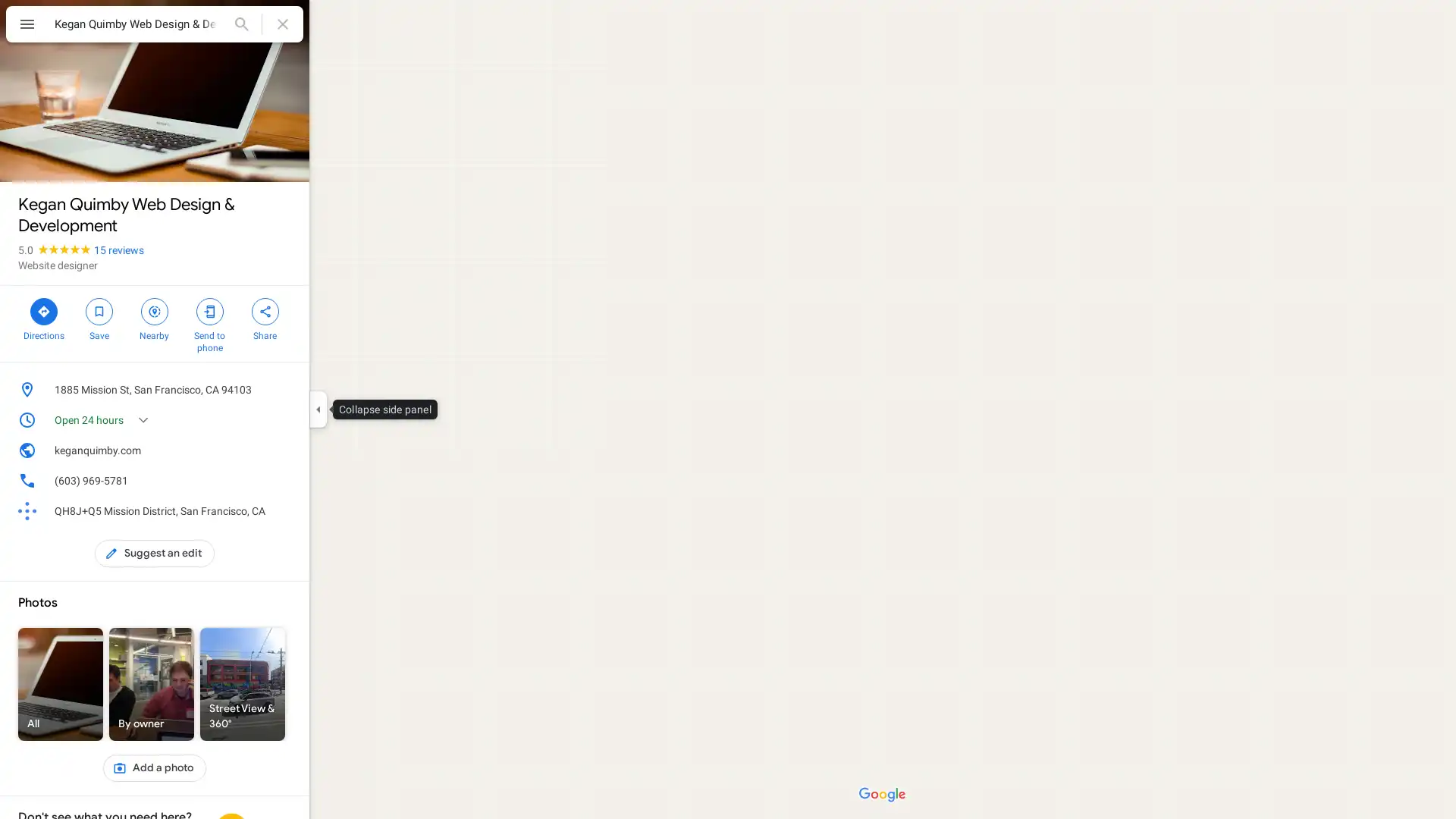 The width and height of the screenshot is (1456, 819). Describe the element at coordinates (27, 26) in the screenshot. I see `Menu` at that location.